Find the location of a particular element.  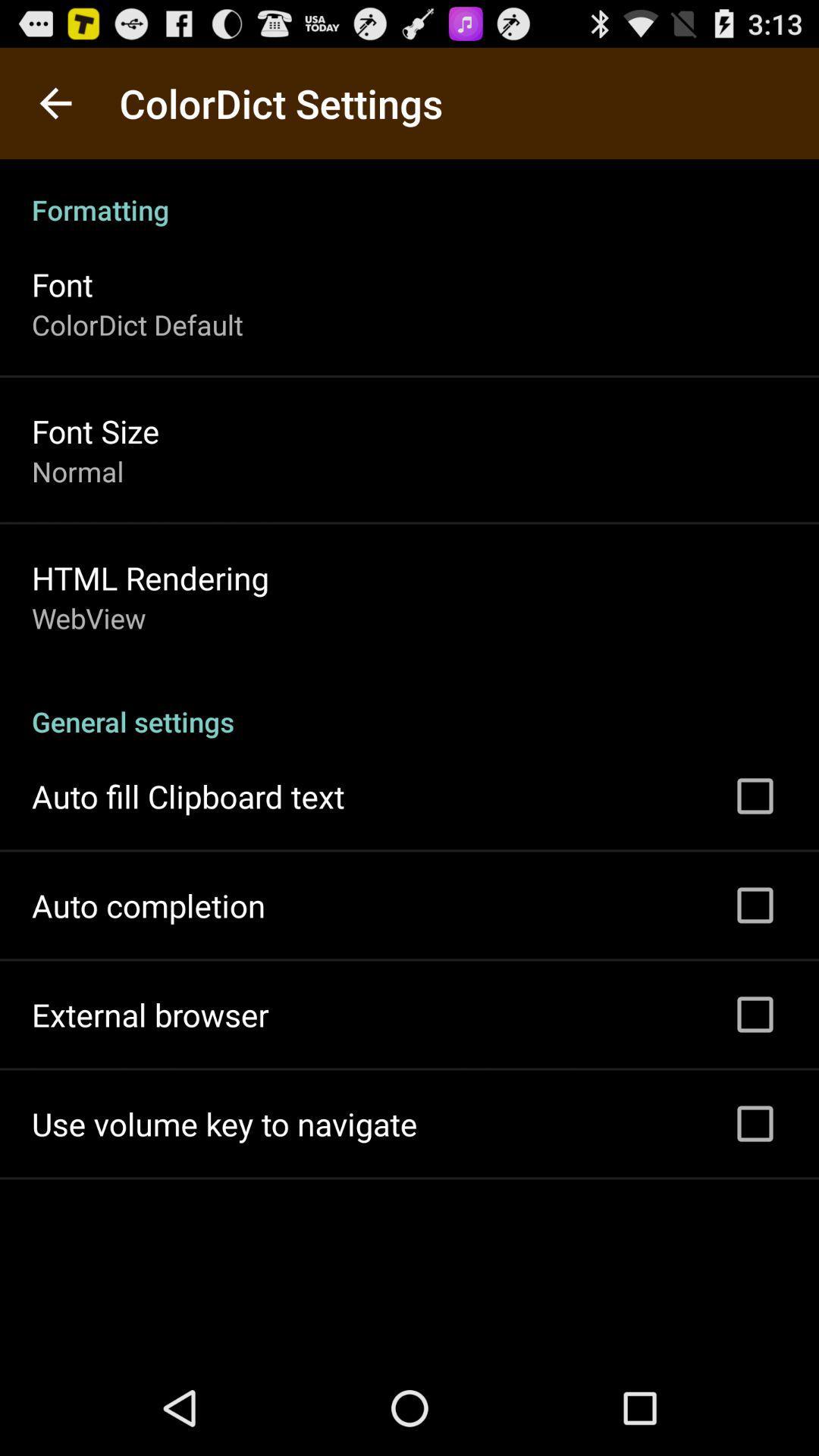

app above the html rendering icon is located at coordinates (77, 470).